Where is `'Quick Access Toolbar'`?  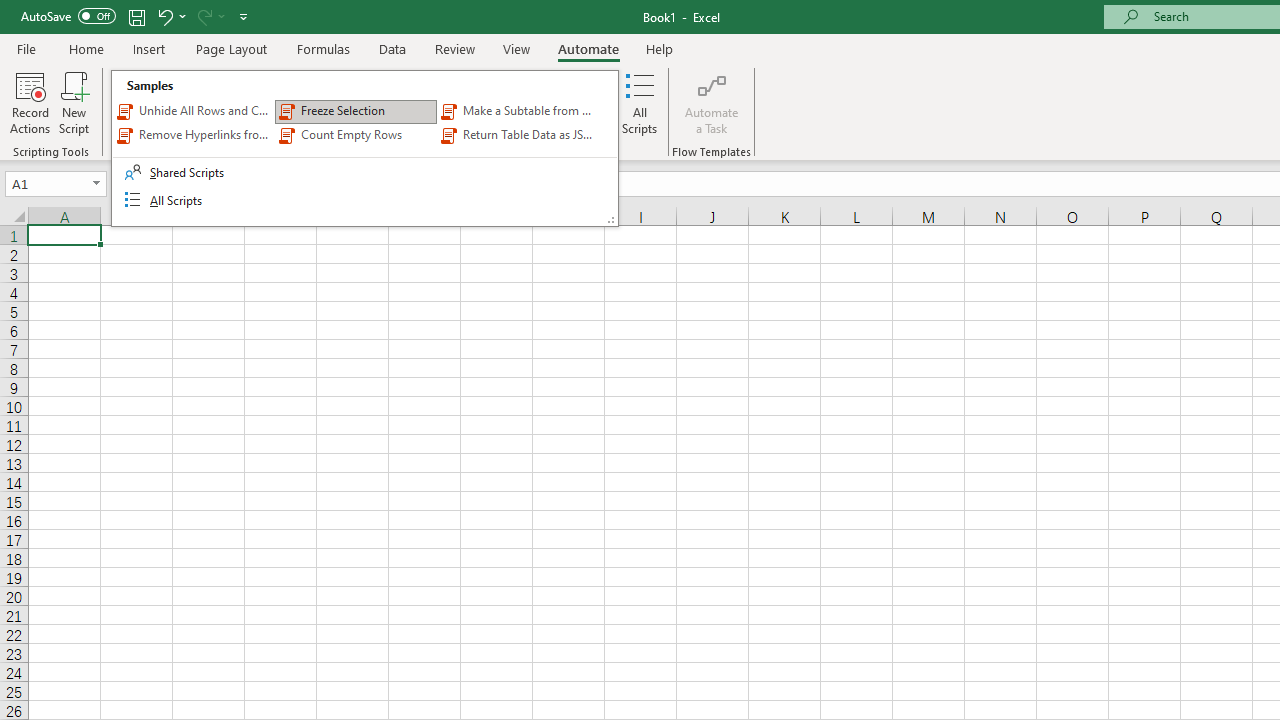 'Quick Access Toolbar' is located at coordinates (135, 16).